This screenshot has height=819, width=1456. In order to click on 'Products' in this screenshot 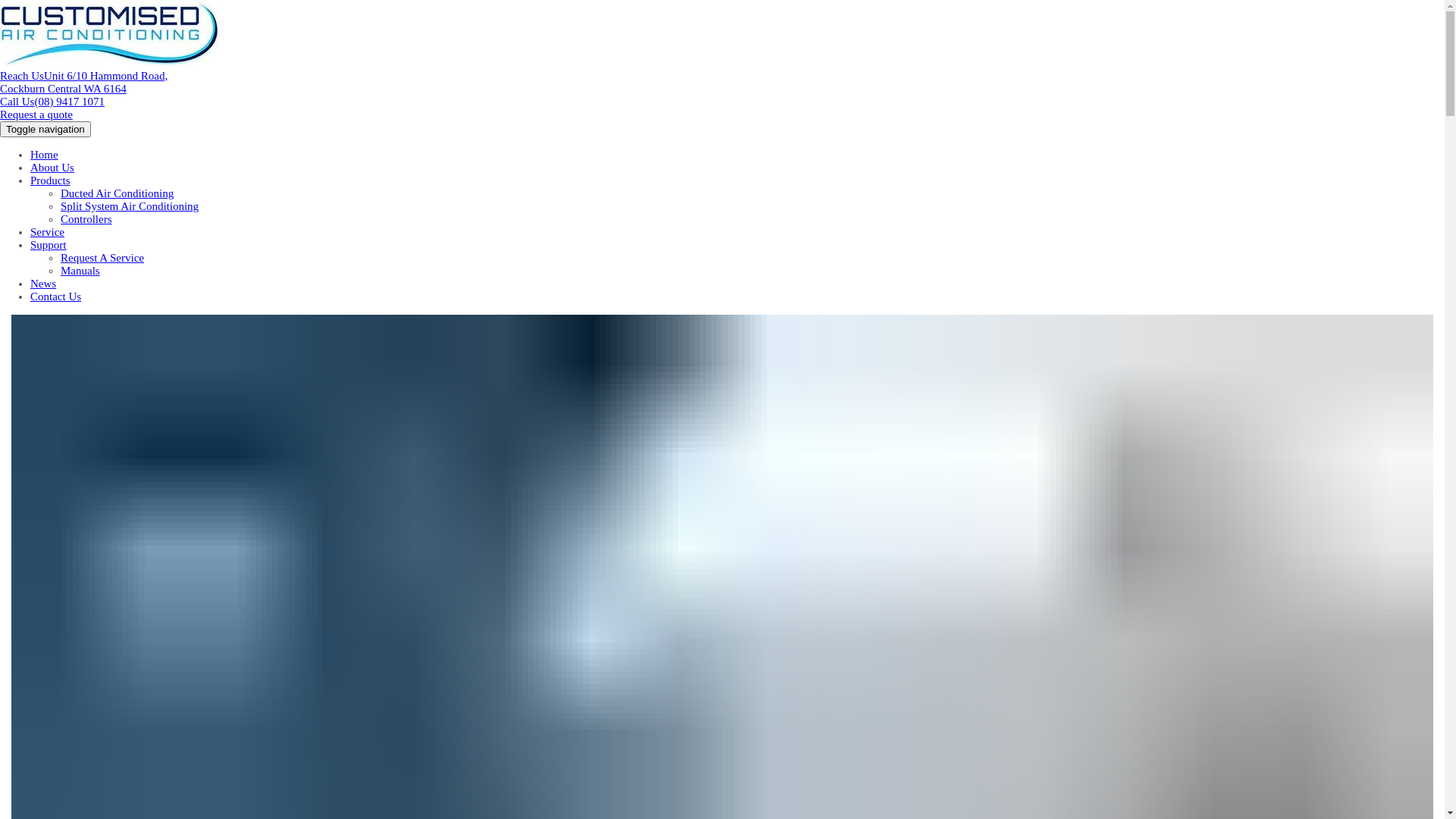, I will do `click(50, 180)`.